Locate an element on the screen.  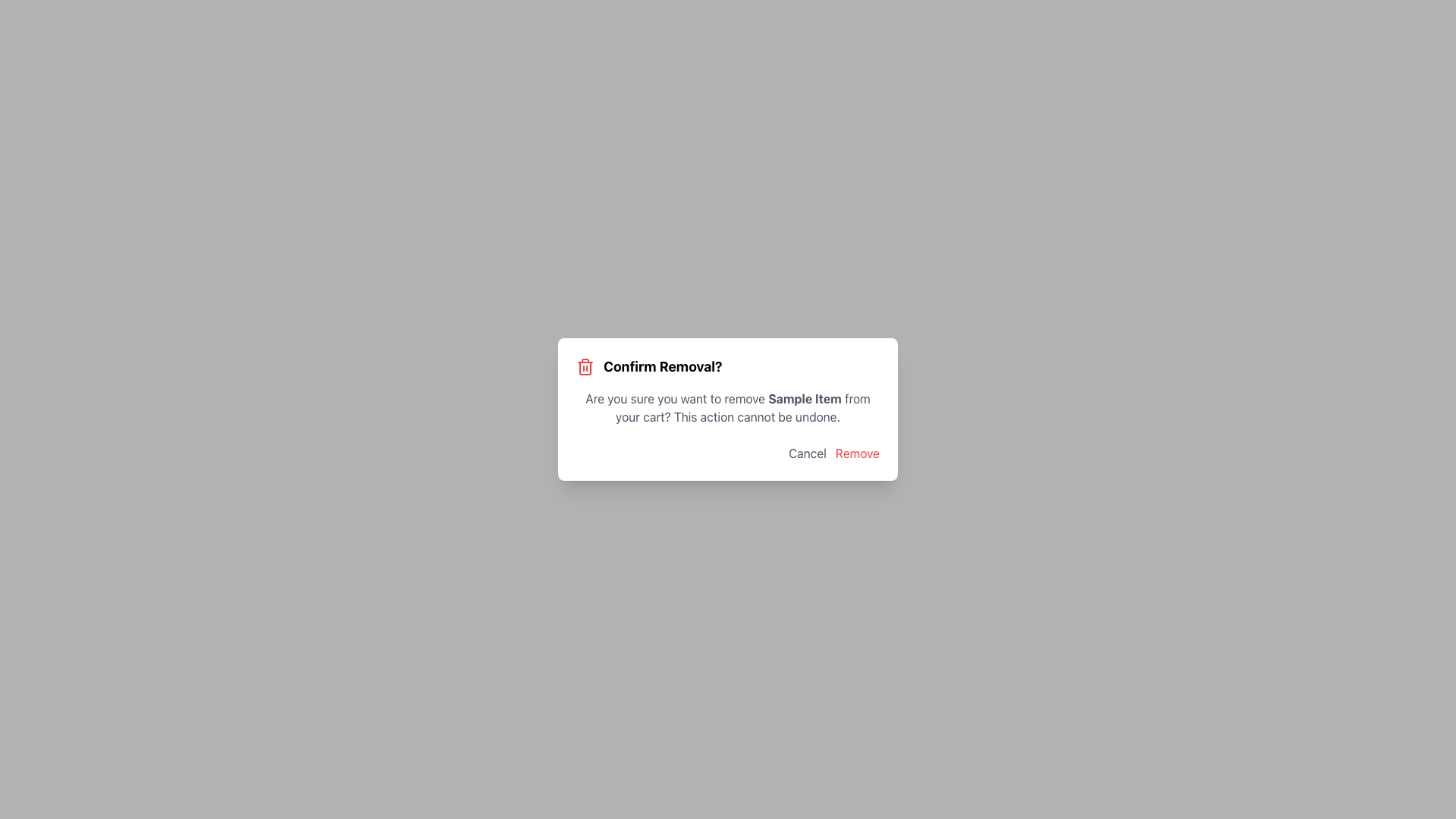
the 'Remove' button located in the bottom-right corner of the dialog box to confirm the action of removing an item is located at coordinates (856, 452).